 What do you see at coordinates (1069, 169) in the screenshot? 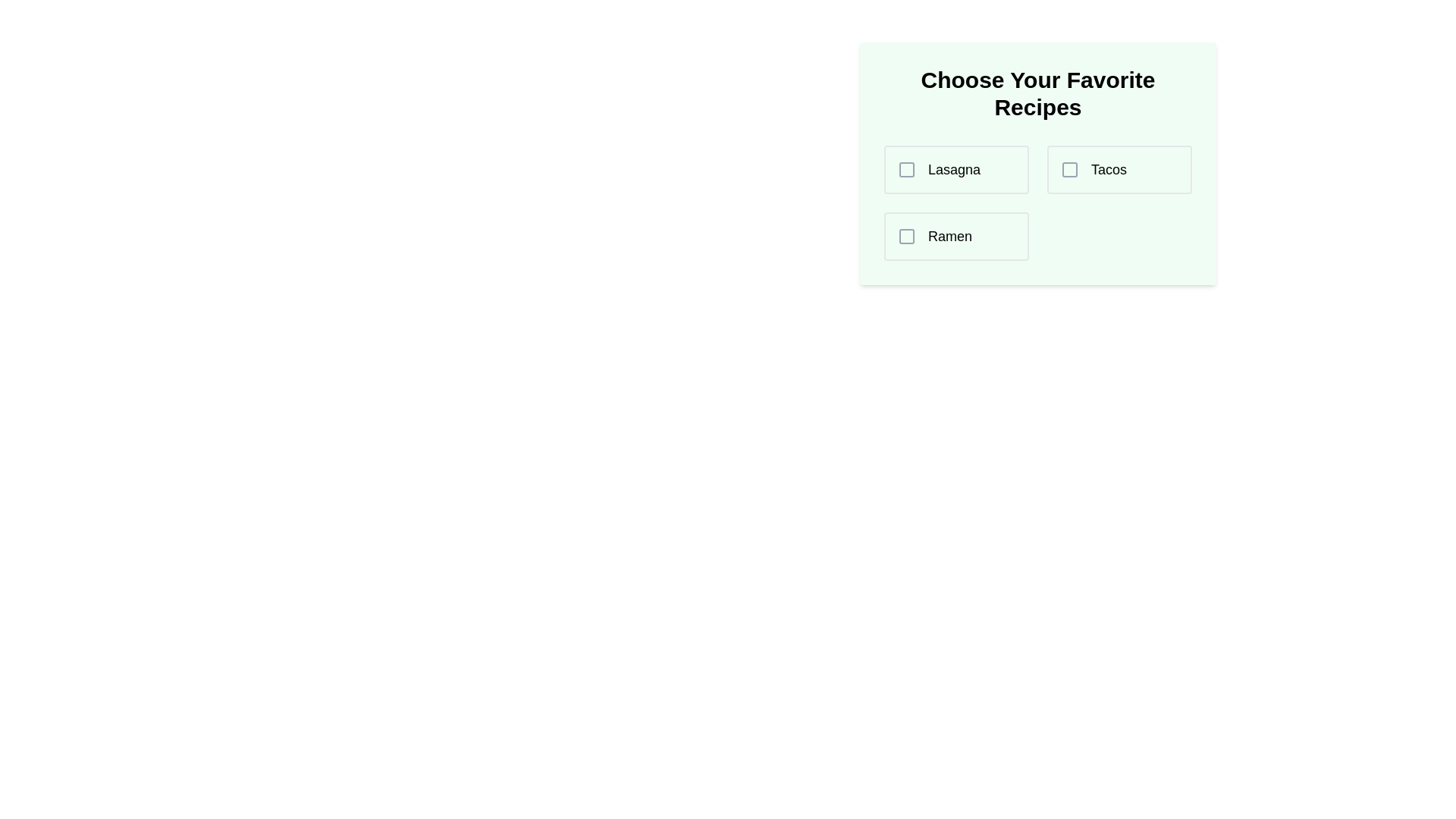
I see `the unselected checkbox UI component located to the left of the 'Tacos' text` at bounding box center [1069, 169].